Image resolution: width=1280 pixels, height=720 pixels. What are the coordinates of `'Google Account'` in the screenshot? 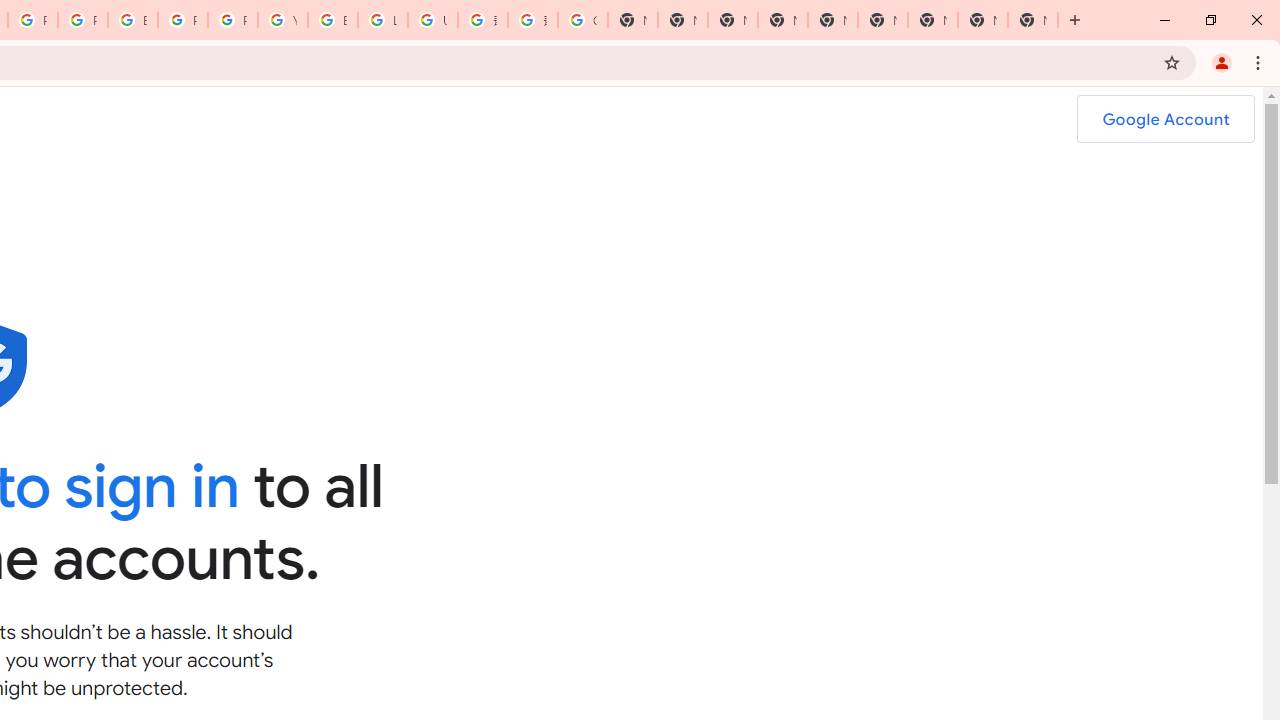 It's located at (1165, 119).